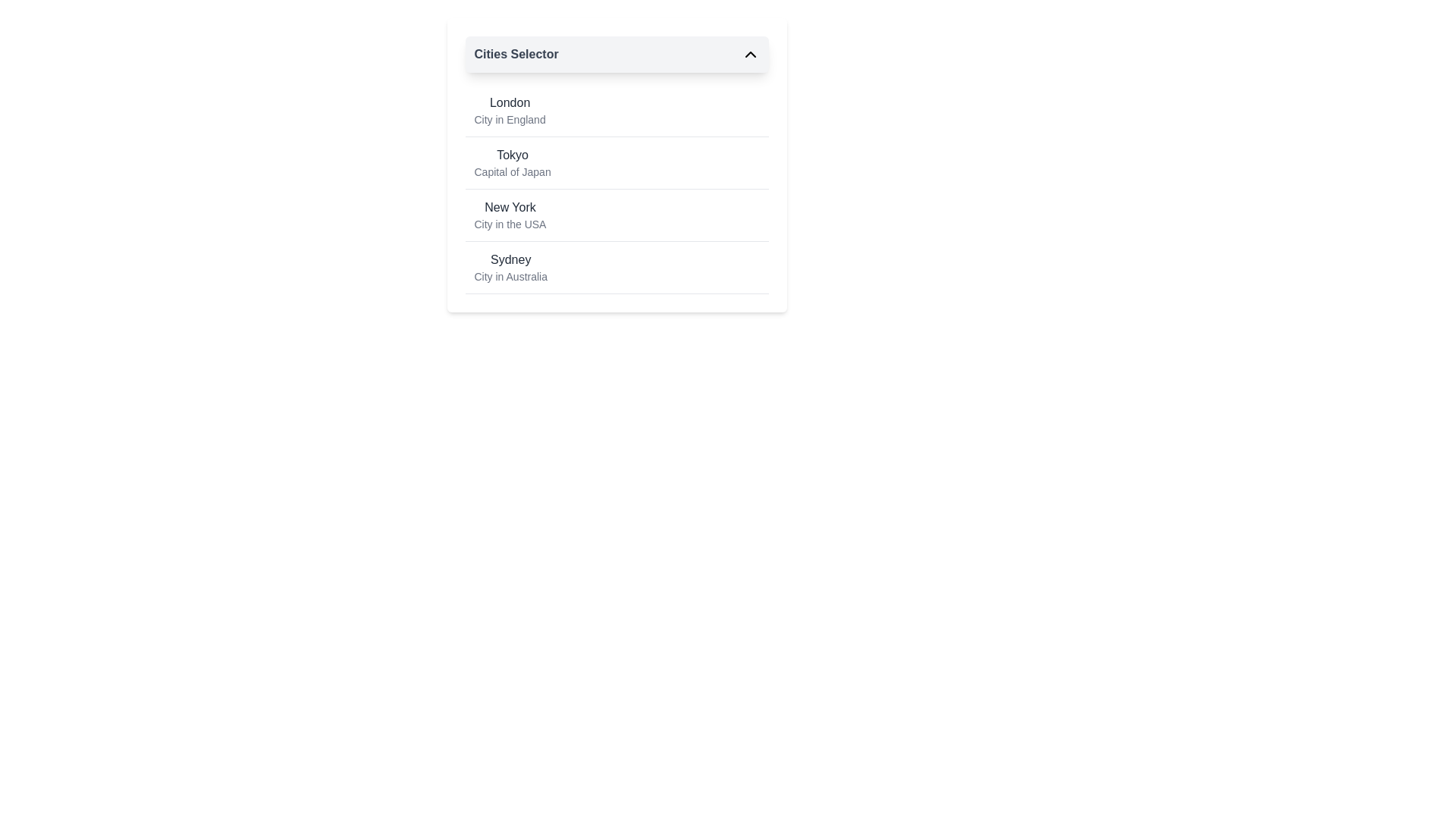 This screenshot has width=1456, height=819. What do you see at coordinates (510, 207) in the screenshot?
I see `the Text label displaying 'New York', which is styled in medium-weight font and dark gray, located at the top of its section within the 'Cities Selector' dropdown menu` at bounding box center [510, 207].